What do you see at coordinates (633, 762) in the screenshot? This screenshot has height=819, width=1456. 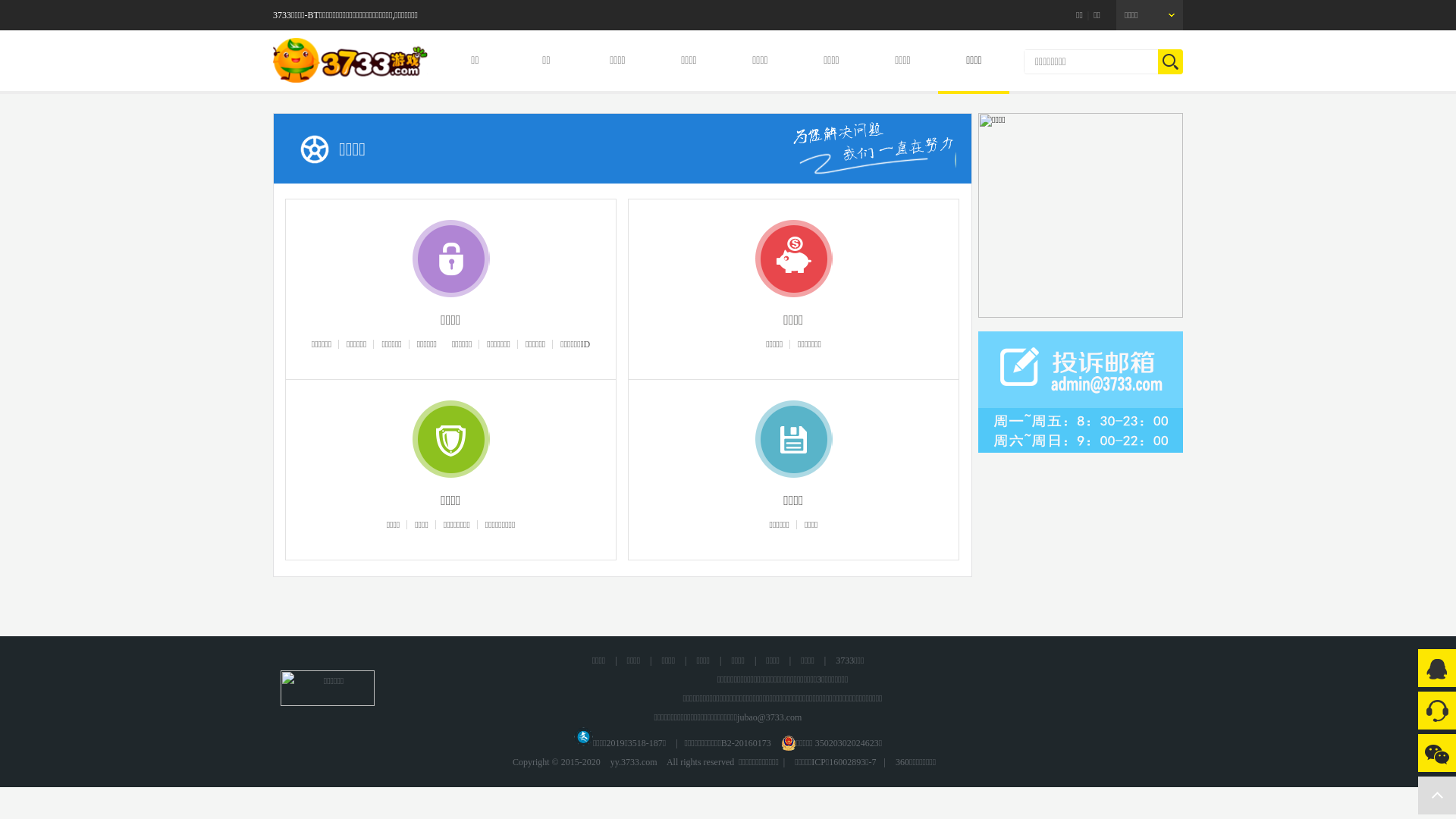 I see `'yy.3733.com'` at bounding box center [633, 762].